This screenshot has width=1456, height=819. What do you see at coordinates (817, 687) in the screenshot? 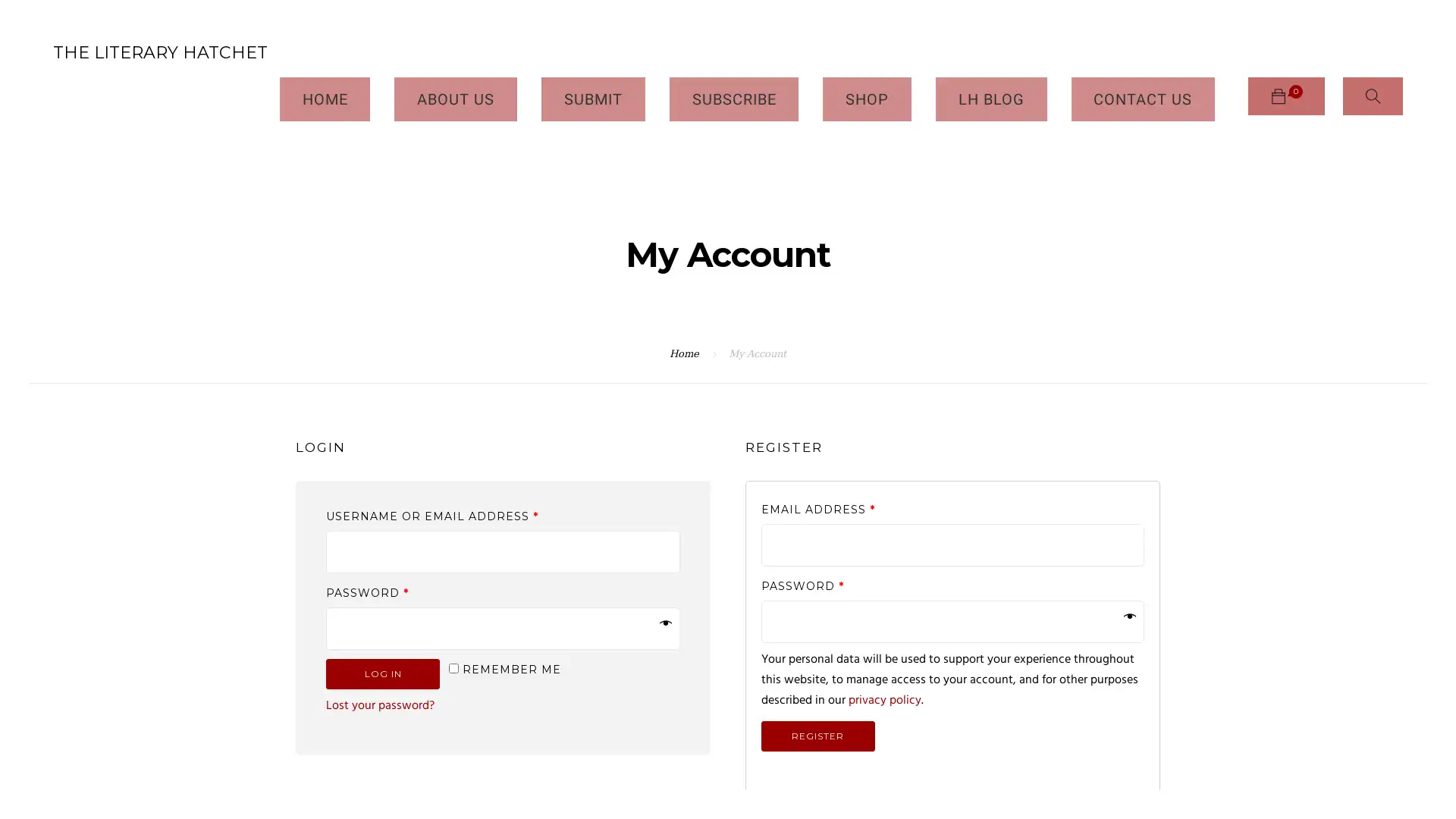
I see `REGISTER` at bounding box center [817, 687].